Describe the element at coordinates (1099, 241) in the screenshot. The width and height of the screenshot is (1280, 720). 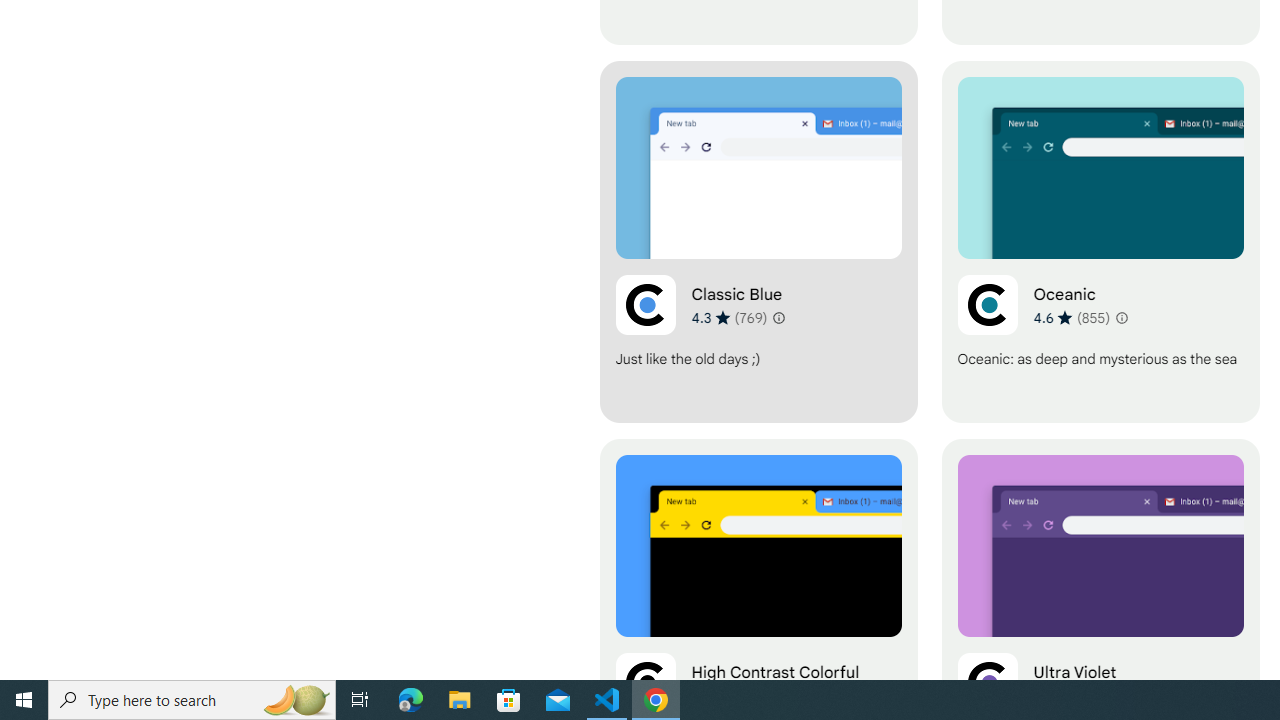
I see `'Oceanic'` at that location.